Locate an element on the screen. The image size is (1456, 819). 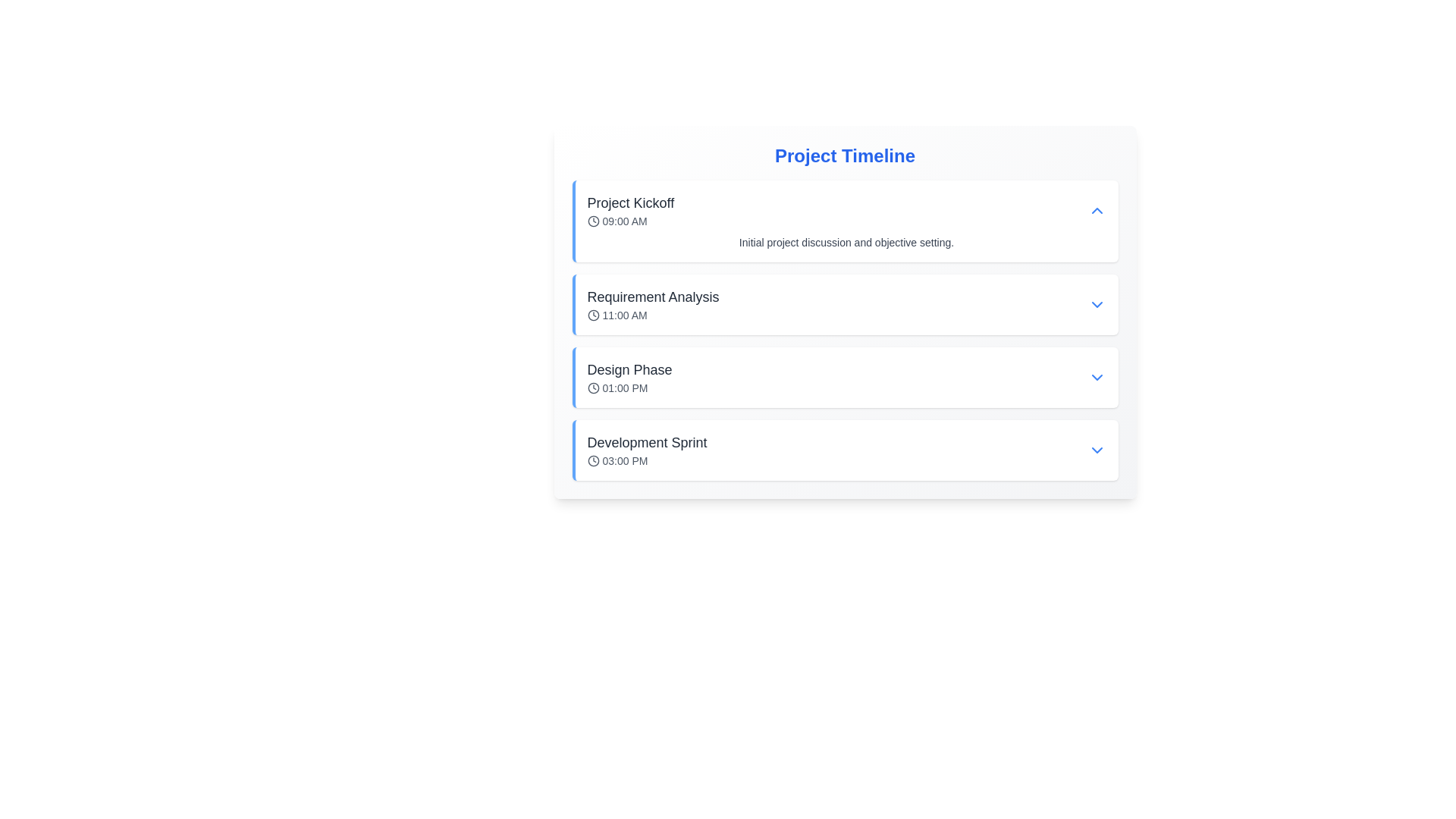
the circular base of the clock icon, which is part of the clock representation adjacent to the '03:00 PM' time indication for the 'Development Sprint' task is located at coordinates (592, 460).